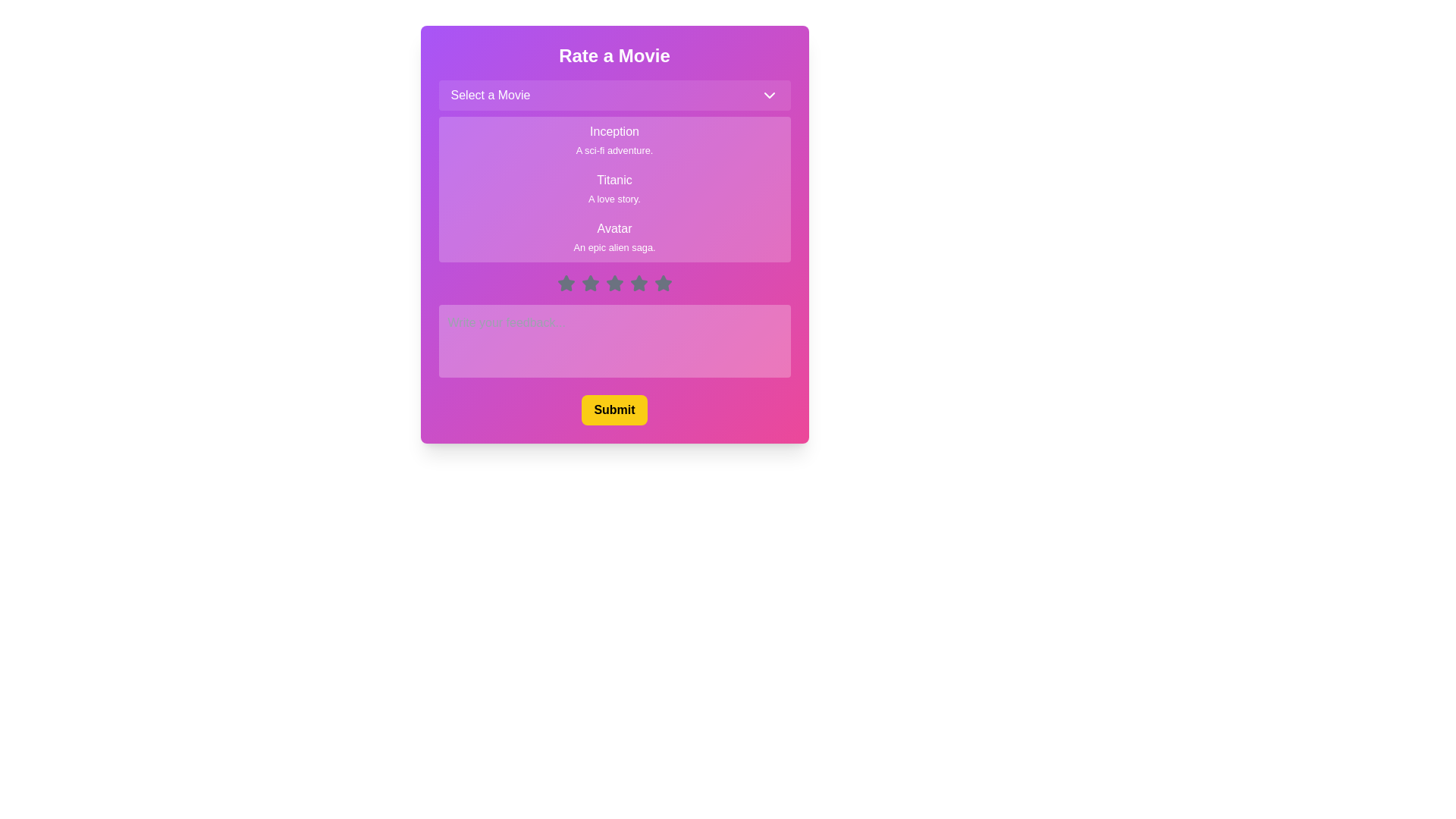  I want to click on the second star icon in the 'Rate a Movie' section, so click(589, 283).